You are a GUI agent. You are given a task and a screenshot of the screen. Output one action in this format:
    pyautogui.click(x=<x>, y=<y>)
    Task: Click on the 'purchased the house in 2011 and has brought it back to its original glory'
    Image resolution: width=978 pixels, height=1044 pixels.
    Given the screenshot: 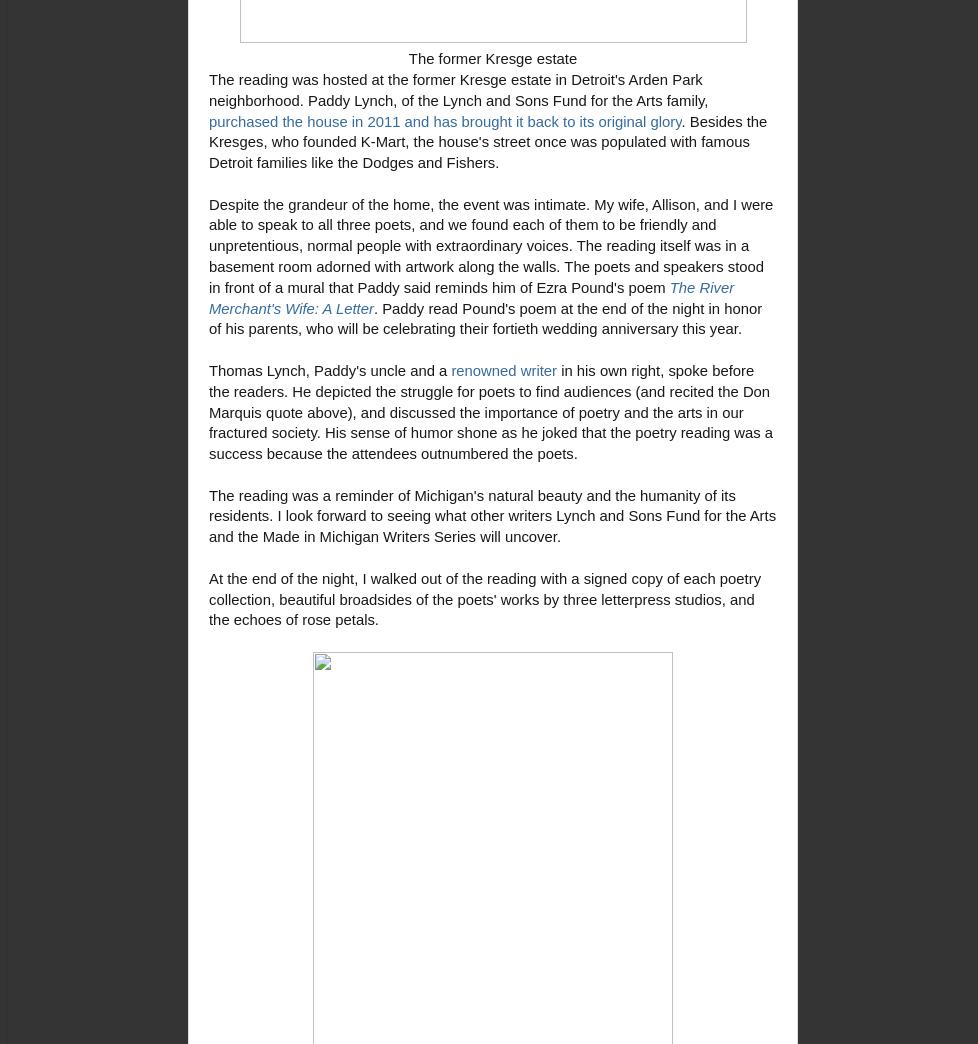 What is the action you would take?
    pyautogui.click(x=443, y=120)
    